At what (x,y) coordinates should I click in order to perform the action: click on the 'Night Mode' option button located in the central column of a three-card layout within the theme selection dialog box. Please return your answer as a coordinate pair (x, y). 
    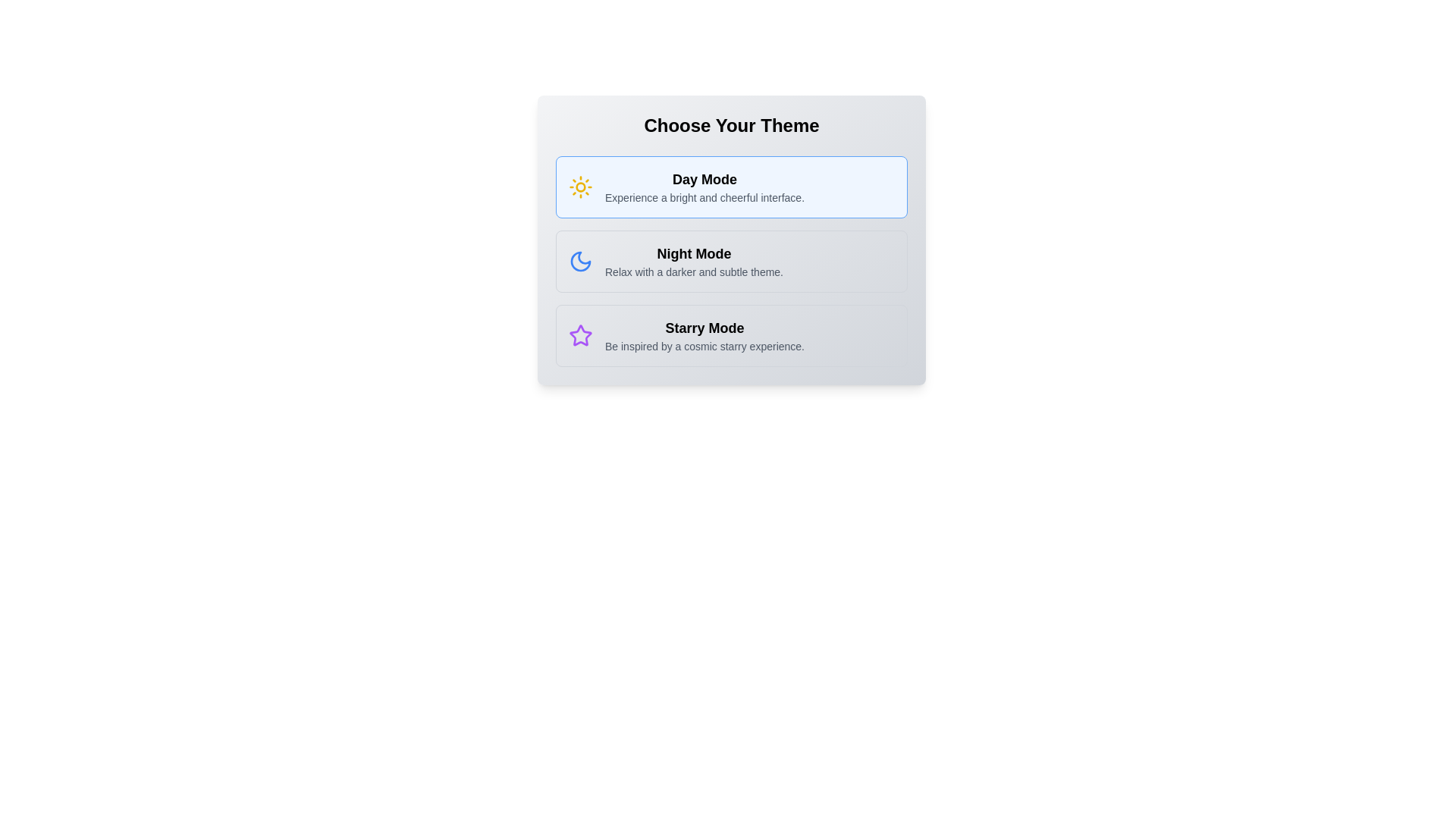
    Looking at the image, I should click on (731, 239).